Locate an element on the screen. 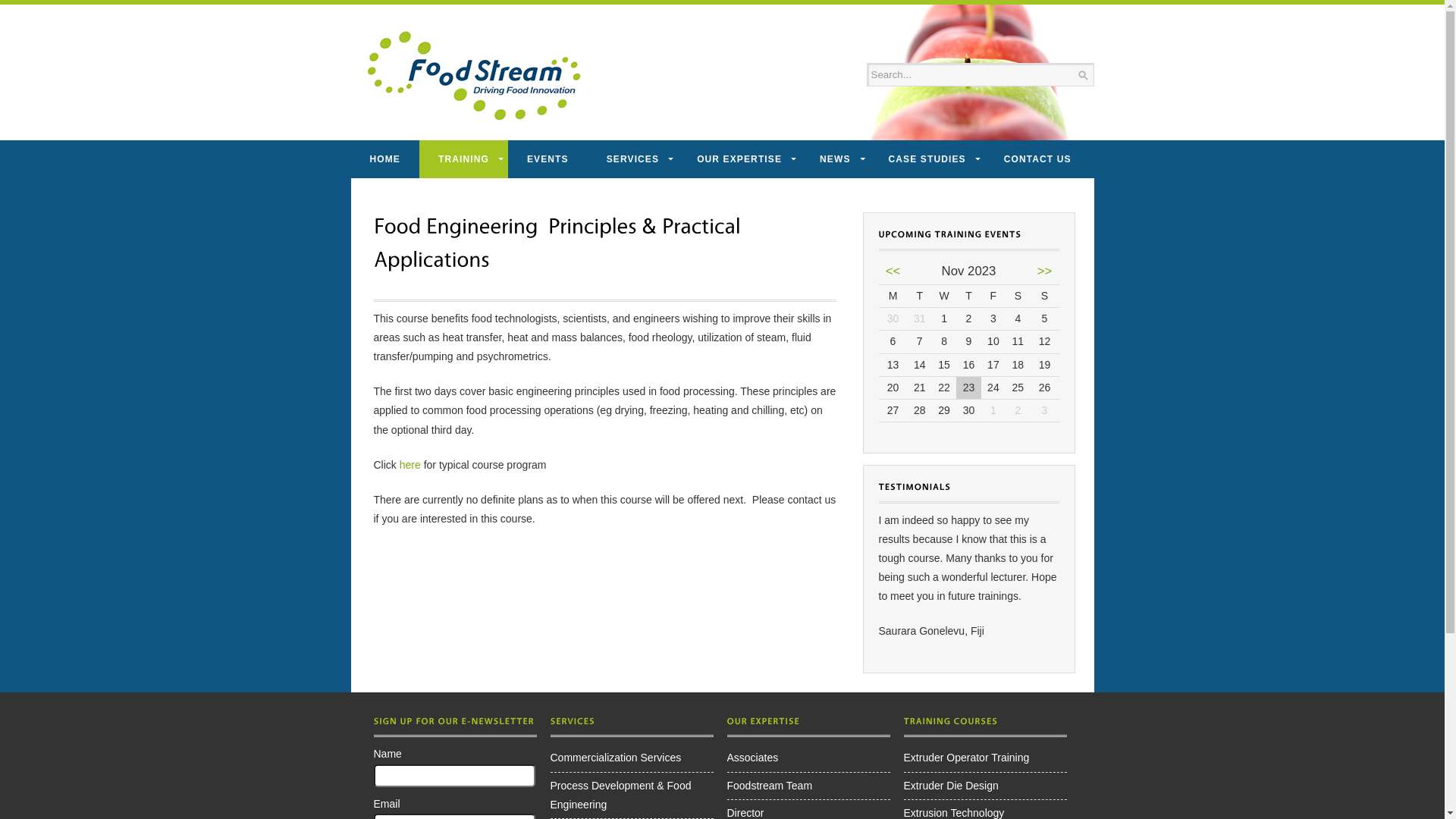 This screenshot has height=819, width=1456. 'NEWS' is located at coordinates (833, 158).